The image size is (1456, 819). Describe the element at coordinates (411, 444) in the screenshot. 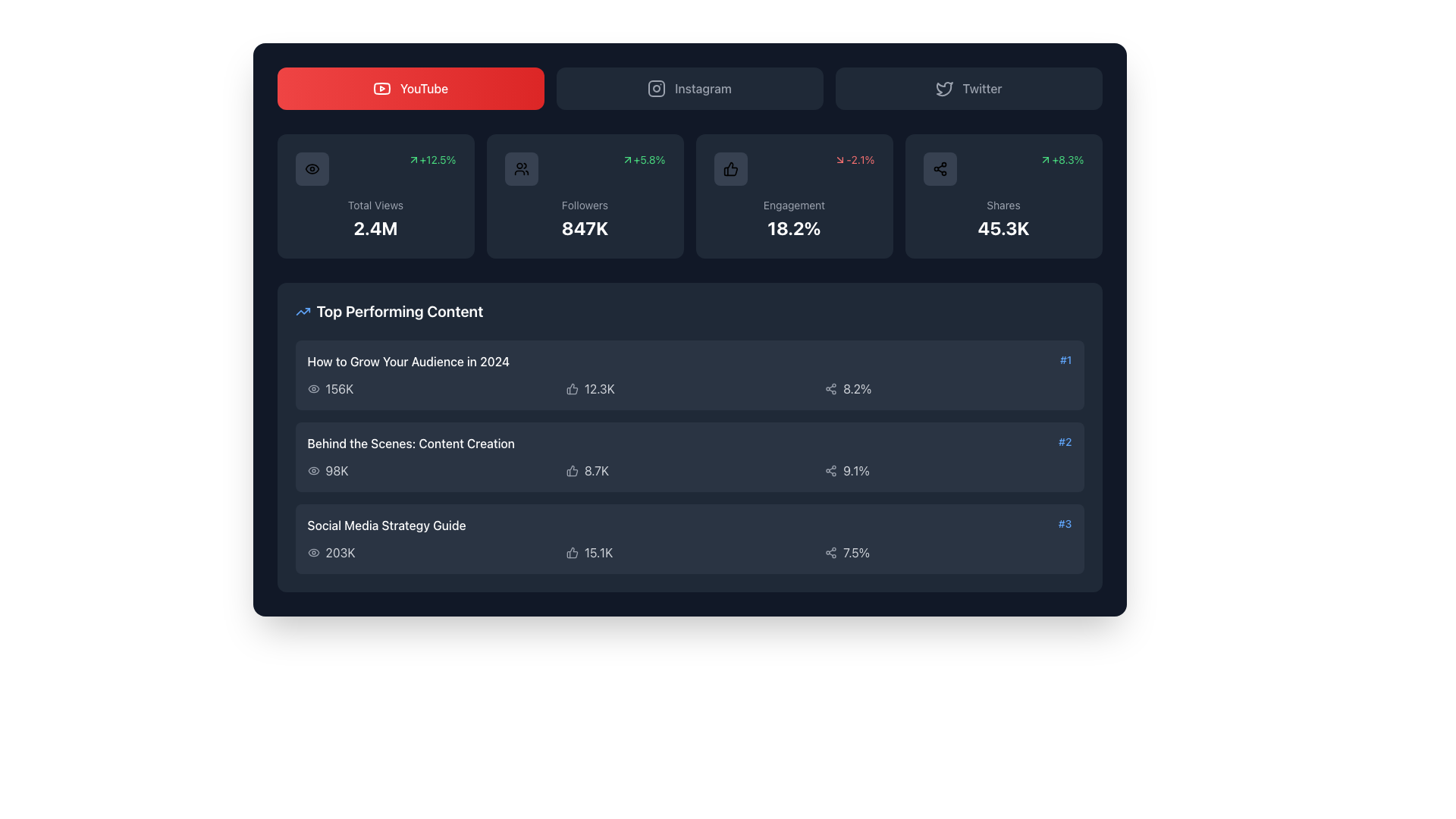

I see `the text label that serves as the title for the second item in the 'Top Performing Content' list` at that location.